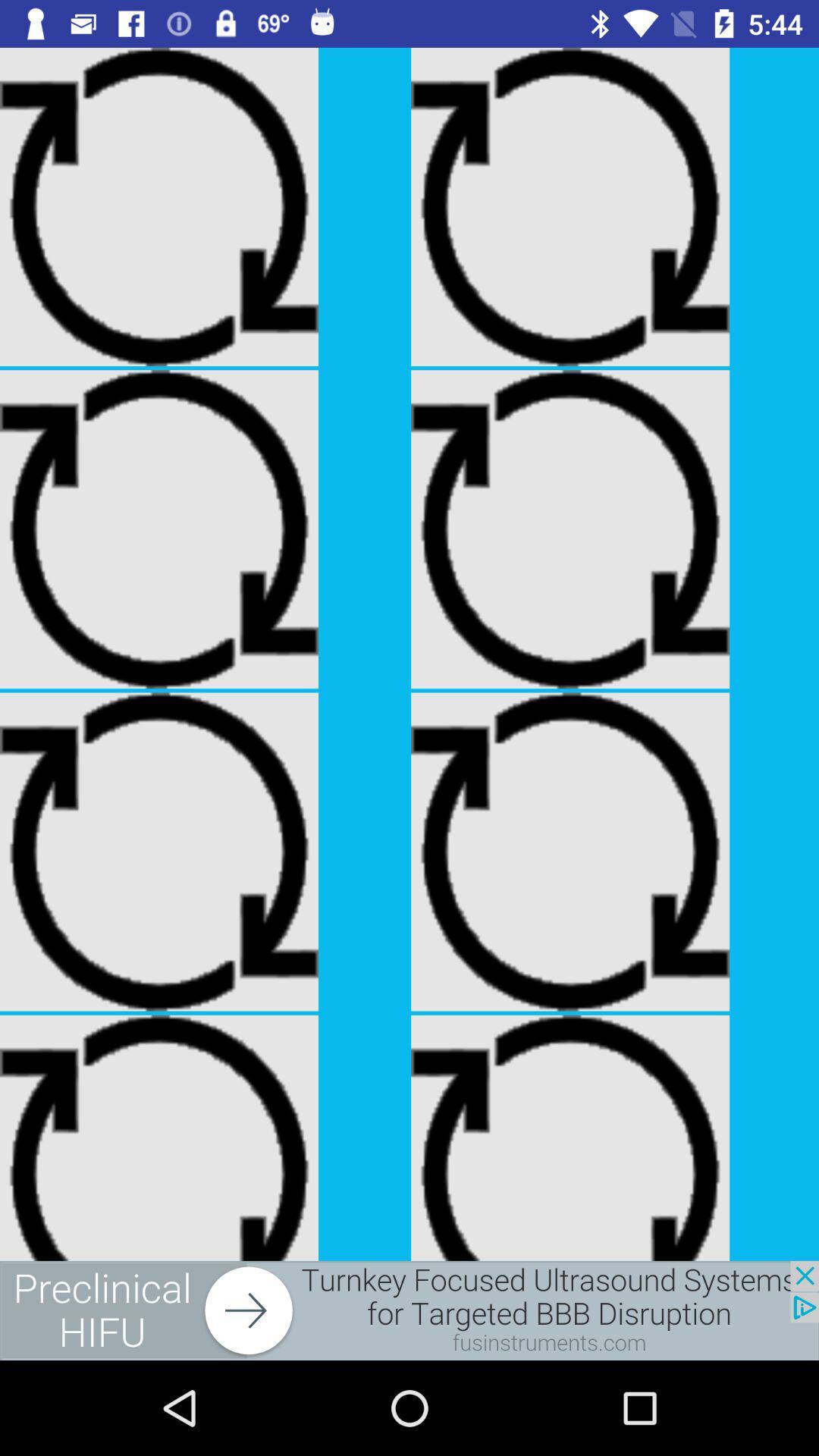  What do you see at coordinates (409, 1310) in the screenshot?
I see `advertisement image` at bounding box center [409, 1310].